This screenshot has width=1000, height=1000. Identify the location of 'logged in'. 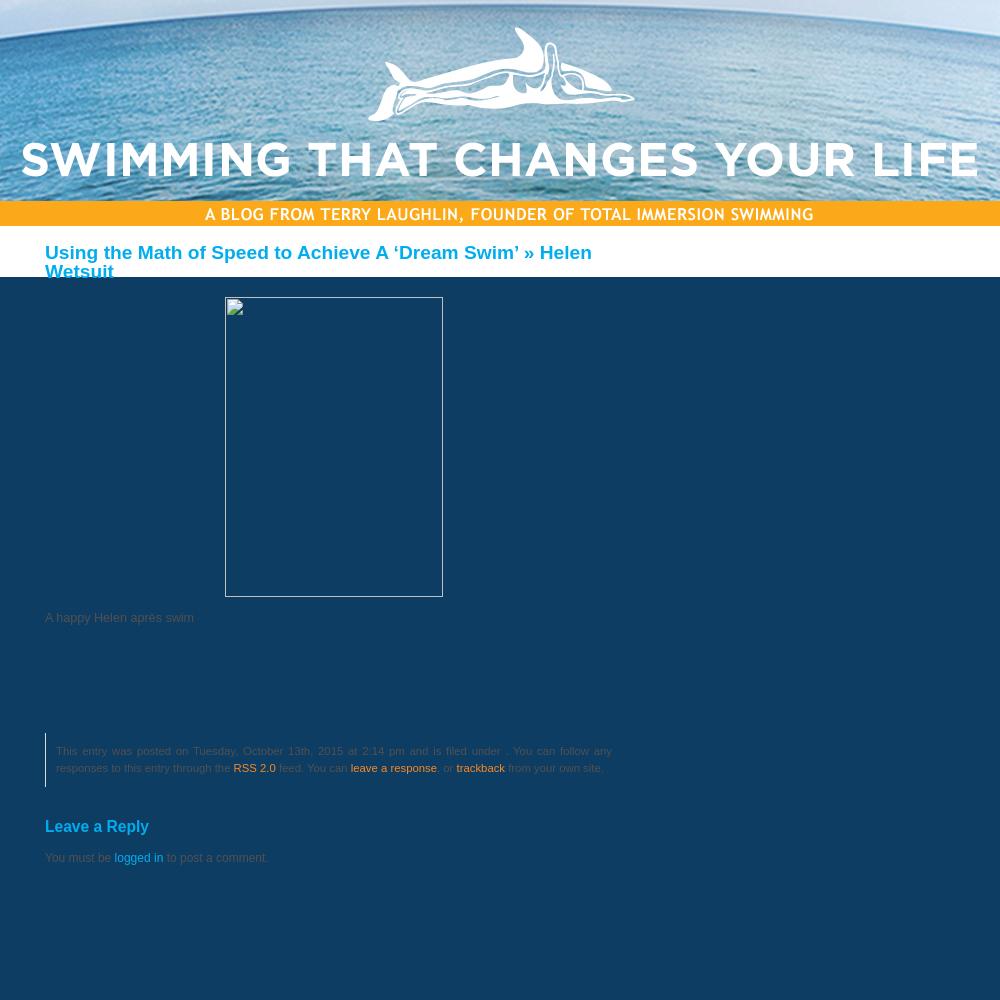
(113, 856).